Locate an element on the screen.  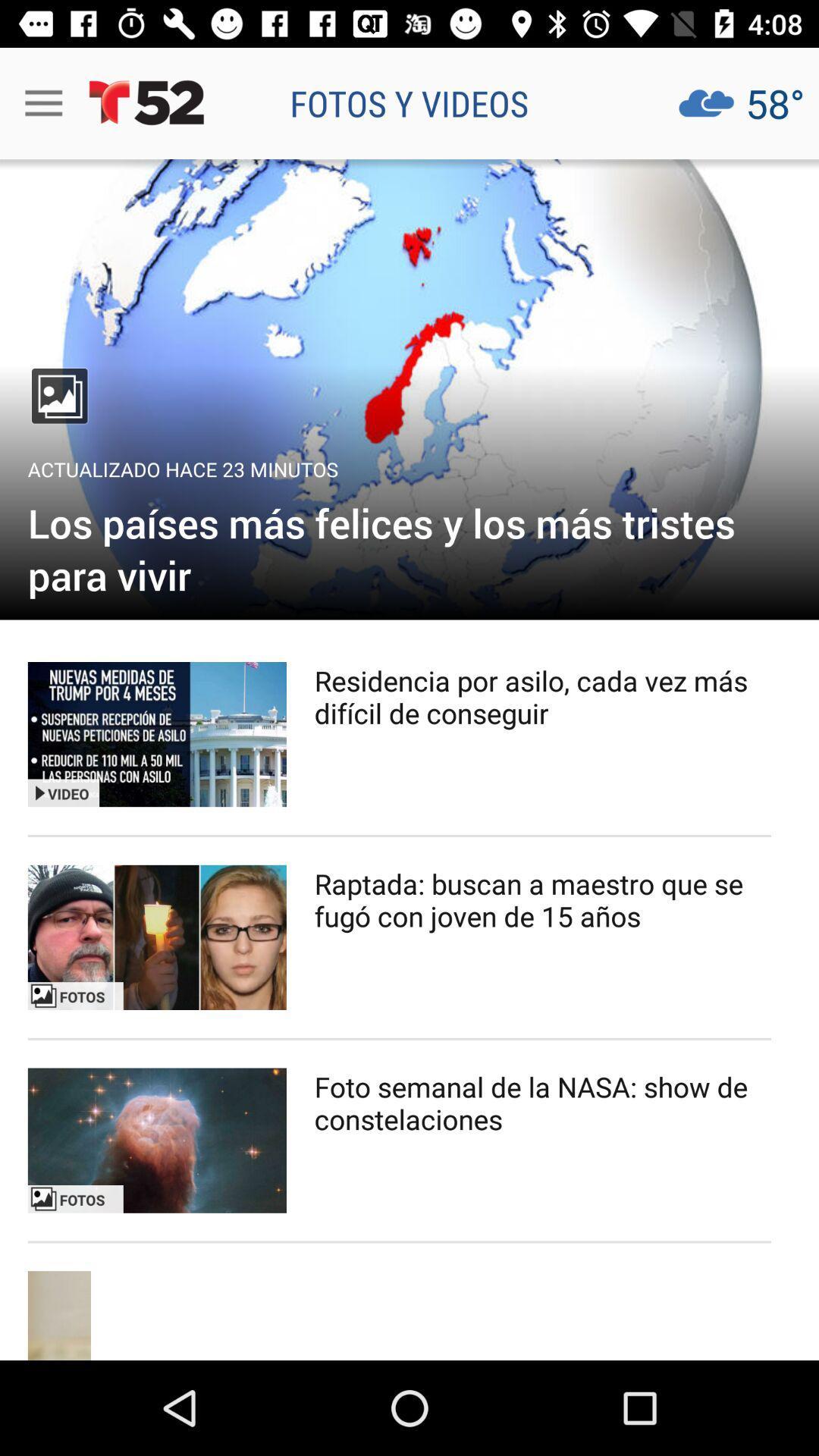
the article is located at coordinates (157, 1141).